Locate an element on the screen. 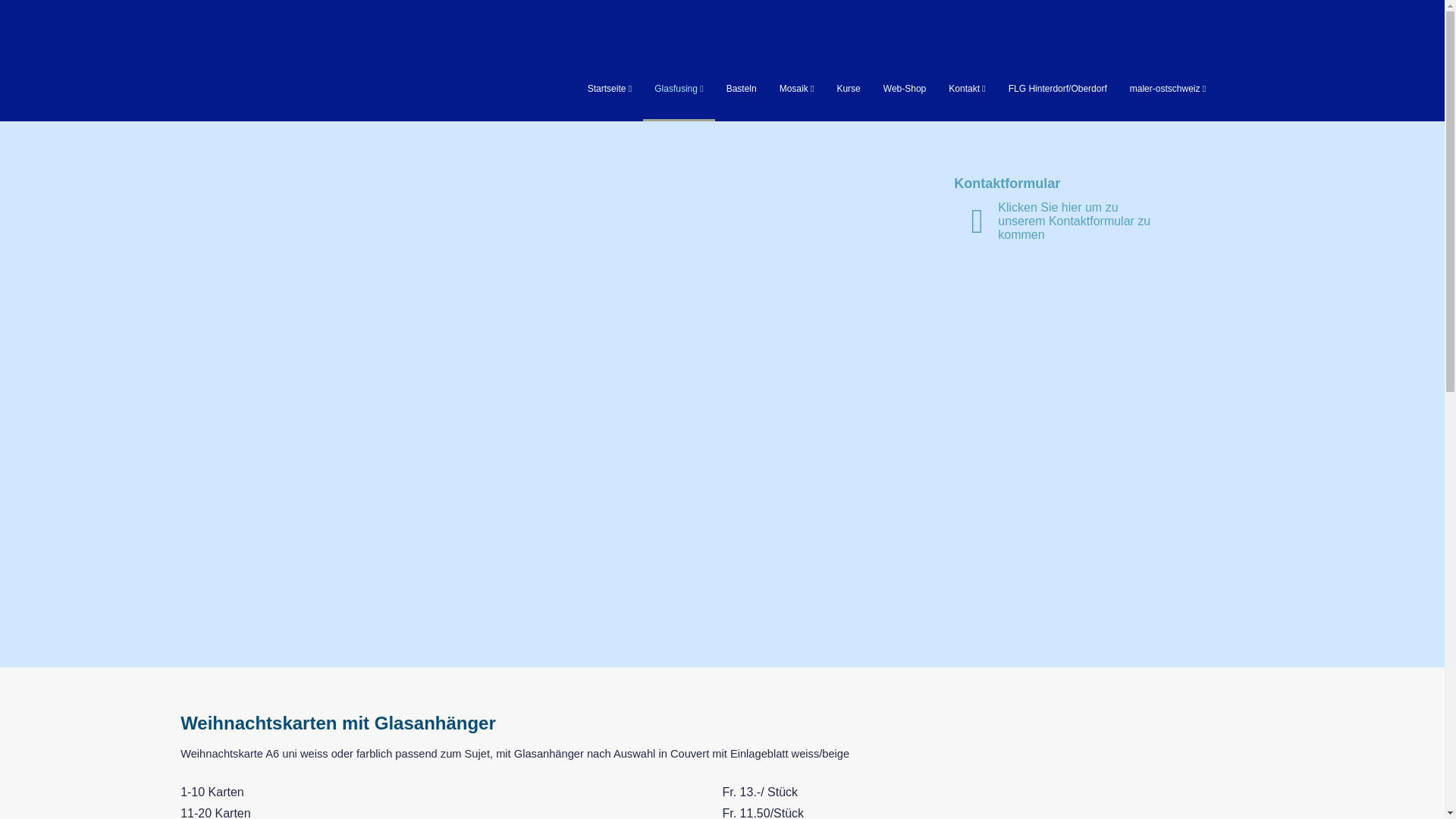 The height and width of the screenshot is (819, 1456). 'Startseite' is located at coordinates (609, 88).